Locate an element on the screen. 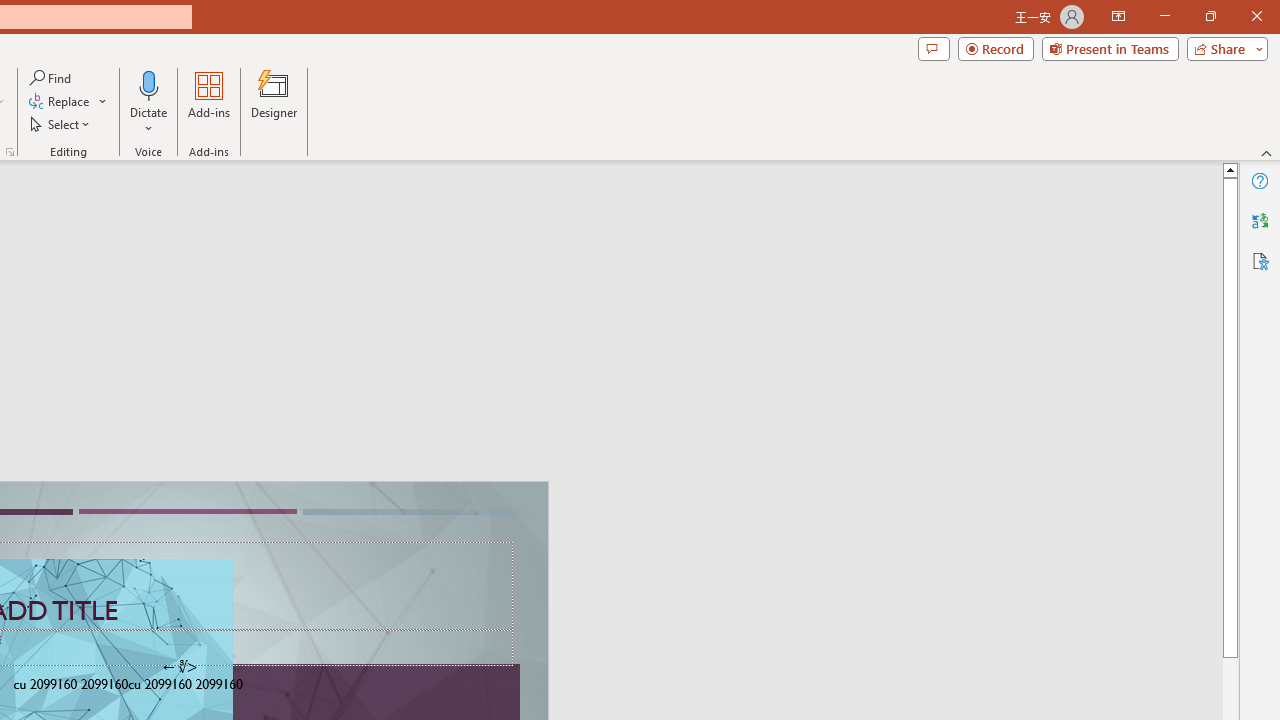 Image resolution: width=1280 pixels, height=720 pixels. 'Dictate' is located at coordinates (148, 84).